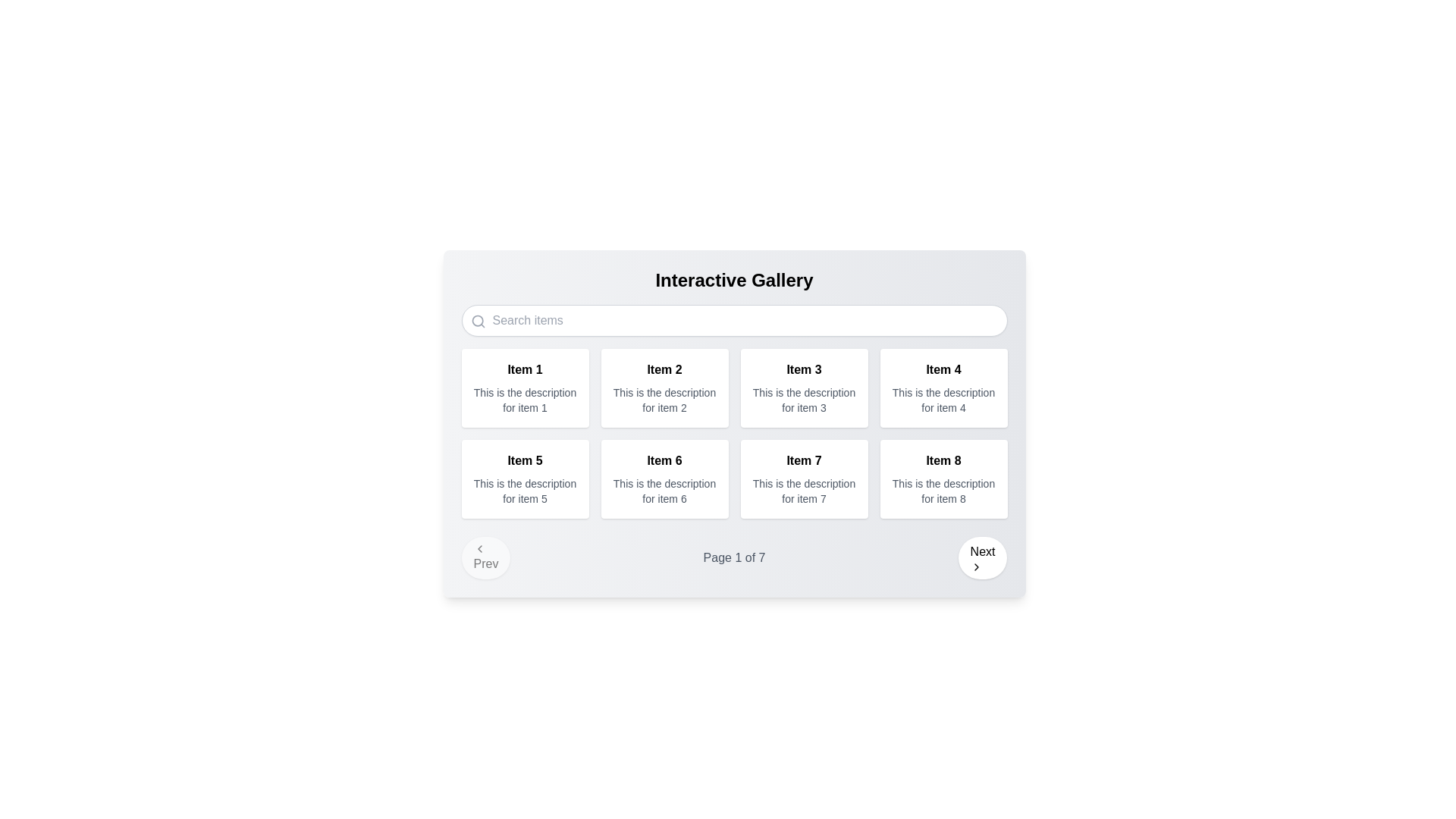  What do you see at coordinates (943, 400) in the screenshot?
I see `the text label displaying 'This is the description for item 4', which is styled with a small gray font and located in the second line below the title 'Item 4' in the fourth column of the first row` at bounding box center [943, 400].